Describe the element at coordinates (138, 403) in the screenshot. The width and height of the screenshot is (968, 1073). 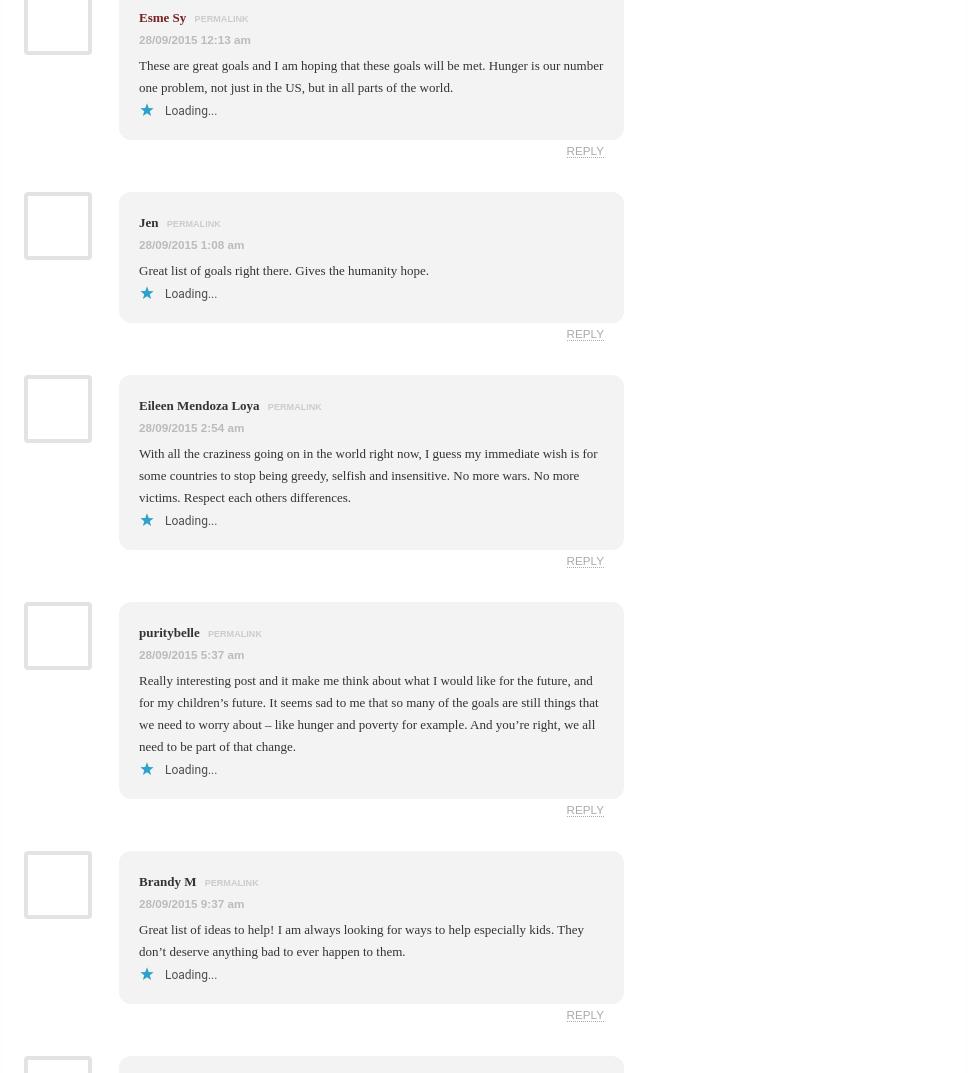
I see `'Eileen Mendoza Loya'` at that location.